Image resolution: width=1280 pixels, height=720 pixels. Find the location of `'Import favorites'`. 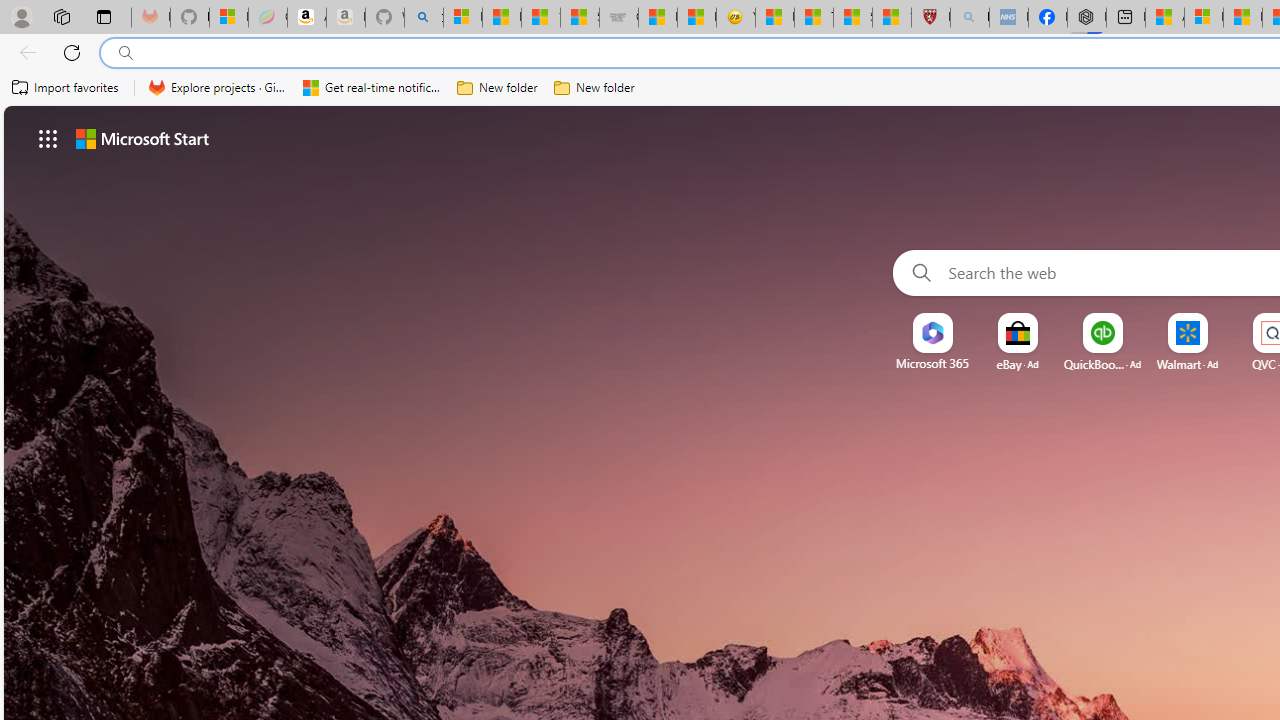

'Import favorites' is located at coordinates (65, 87).